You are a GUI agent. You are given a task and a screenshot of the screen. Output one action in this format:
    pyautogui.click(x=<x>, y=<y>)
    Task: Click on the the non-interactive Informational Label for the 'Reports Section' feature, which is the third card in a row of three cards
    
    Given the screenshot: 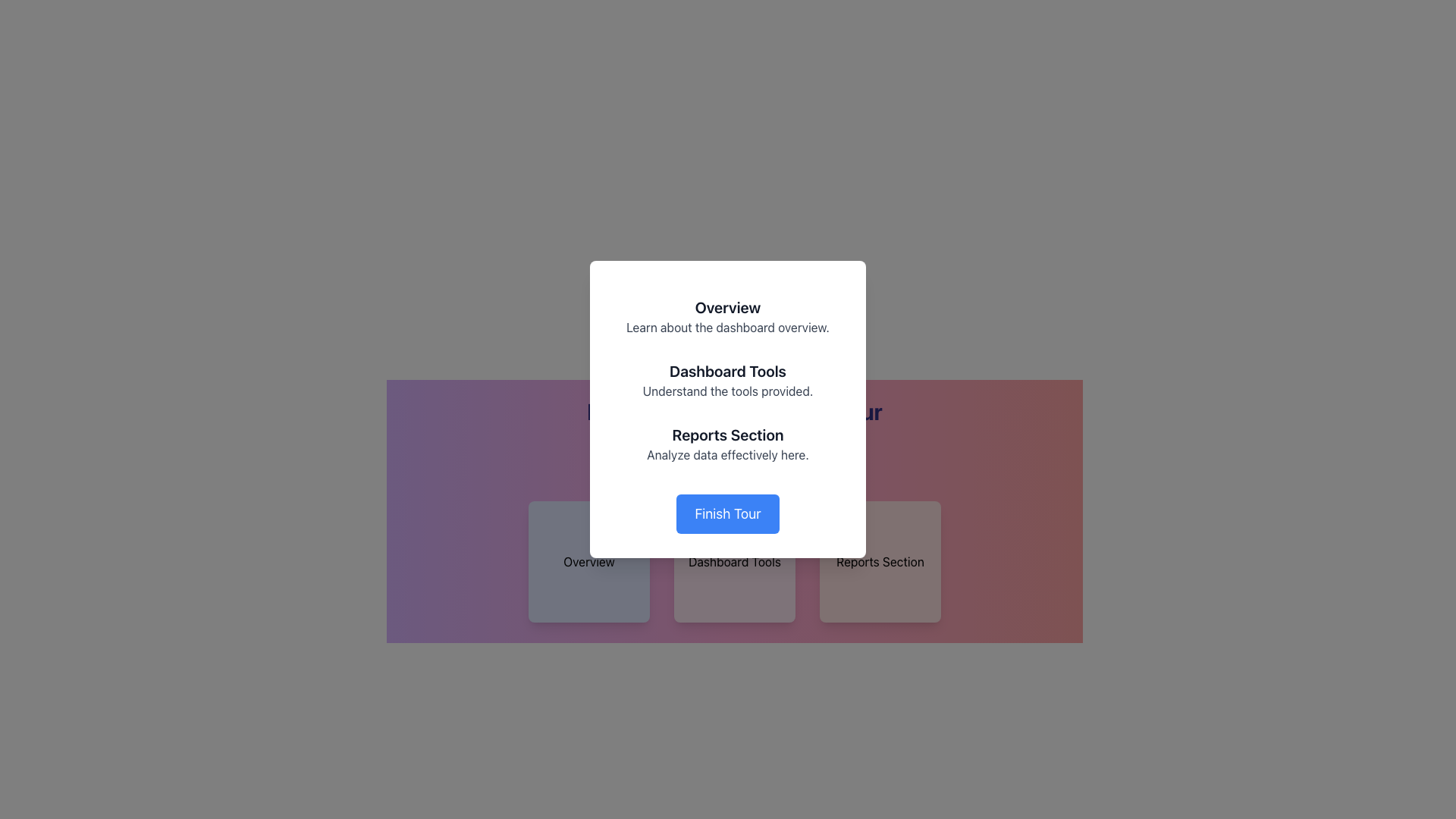 What is the action you would take?
    pyautogui.click(x=880, y=561)
    